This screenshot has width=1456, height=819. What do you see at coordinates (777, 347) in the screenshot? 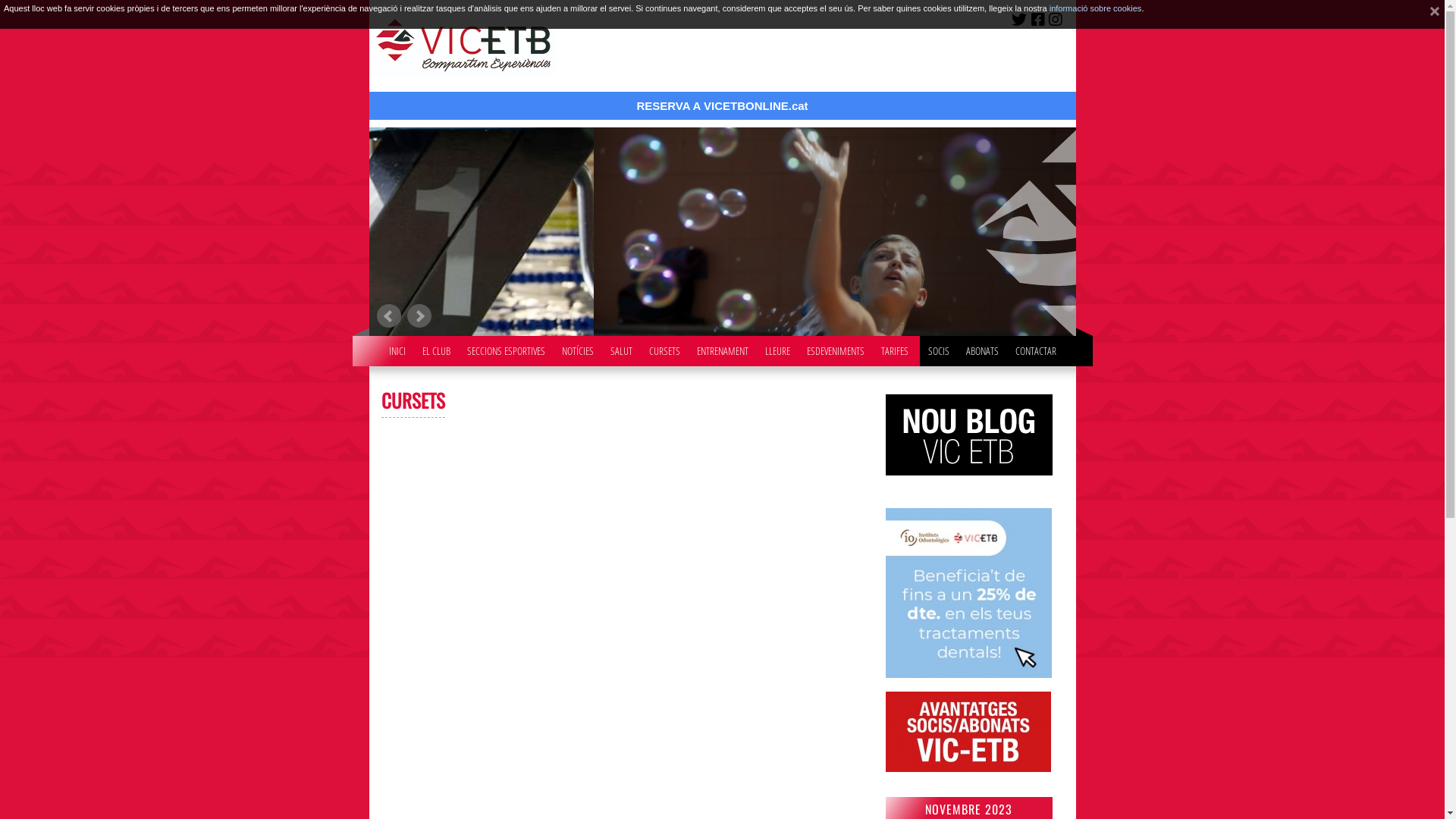
I see `'LLEURE'` at bounding box center [777, 347].